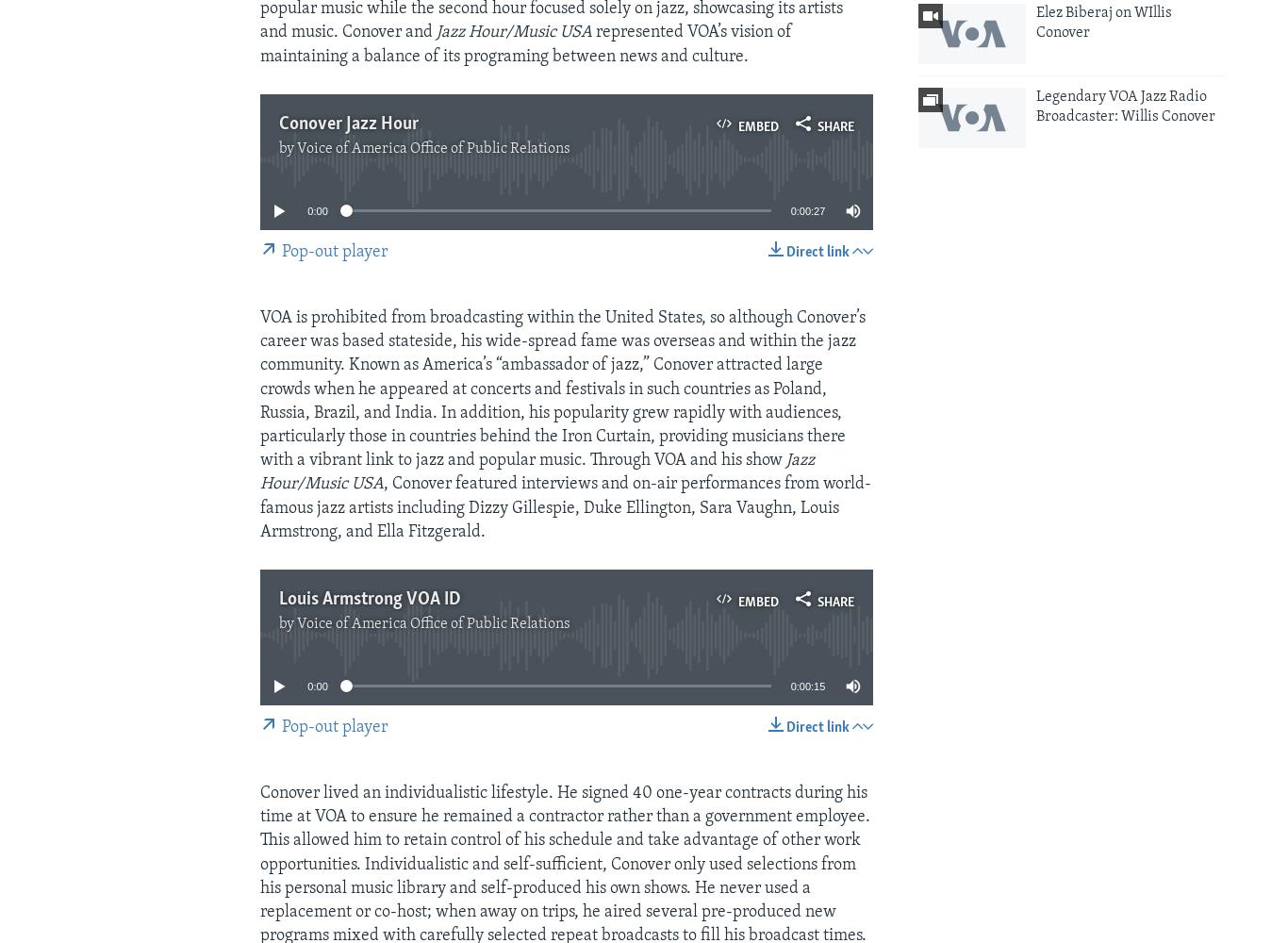  What do you see at coordinates (561, 389) in the screenshot?
I see `'VOA is prohibited from broadcasting within the United States, so although Conover’s career was based stateside, his wide-spread fame was overseas and within the jazz community. Known as America’s “ambassador of jazz,” Conover attracted large crowds when he appeared at concerts and festivals in such countries as Poland, Russia, Brazil, and India. In addition, his popularity grew rapidly with audiences, particularly those in countries behind the Iron Curtain, providing musicians there with a vibrant link to jazz and popular music. Through VOA and his show'` at bounding box center [561, 389].